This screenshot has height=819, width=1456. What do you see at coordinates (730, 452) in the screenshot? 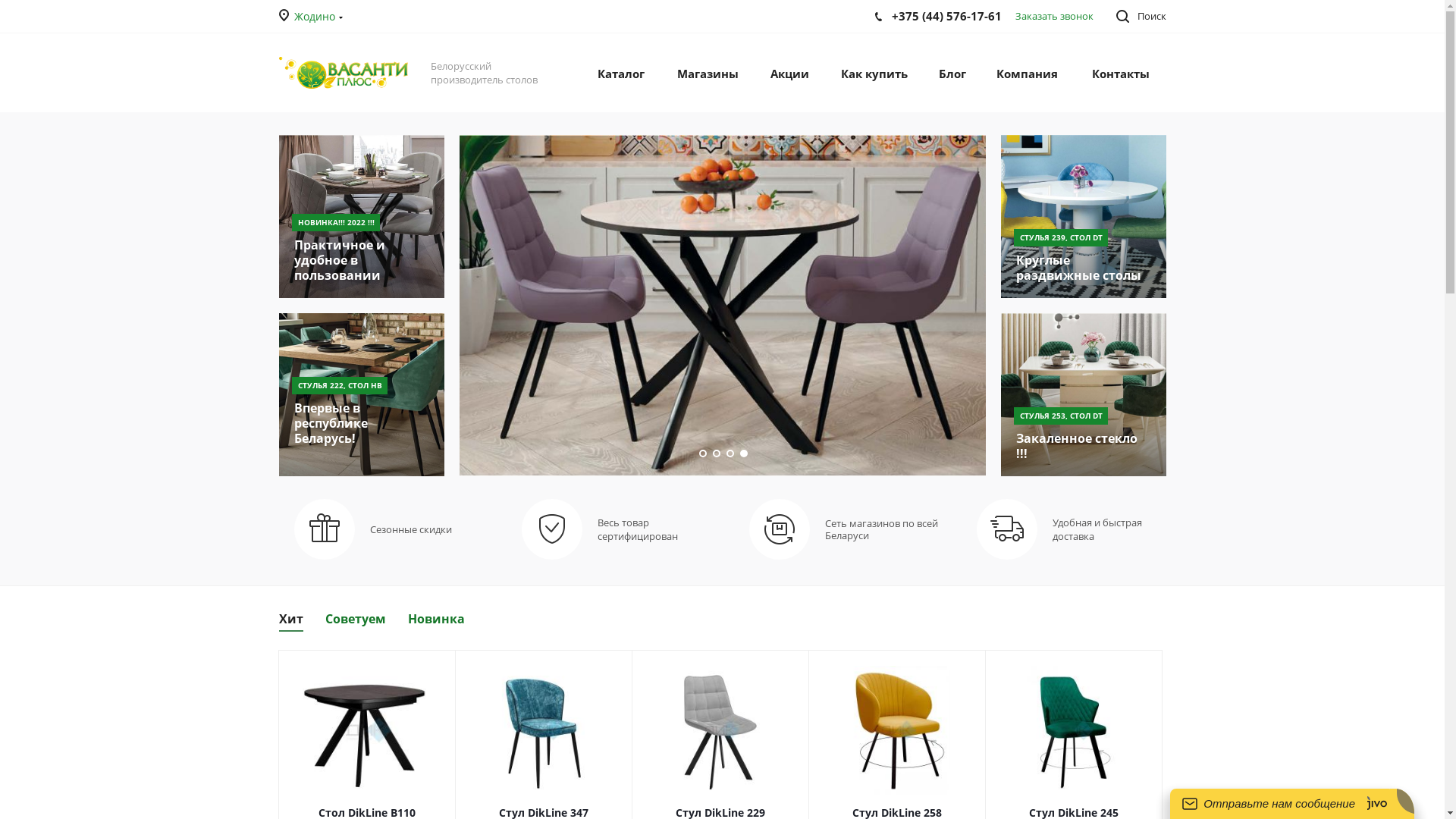
I see `'3'` at bounding box center [730, 452].